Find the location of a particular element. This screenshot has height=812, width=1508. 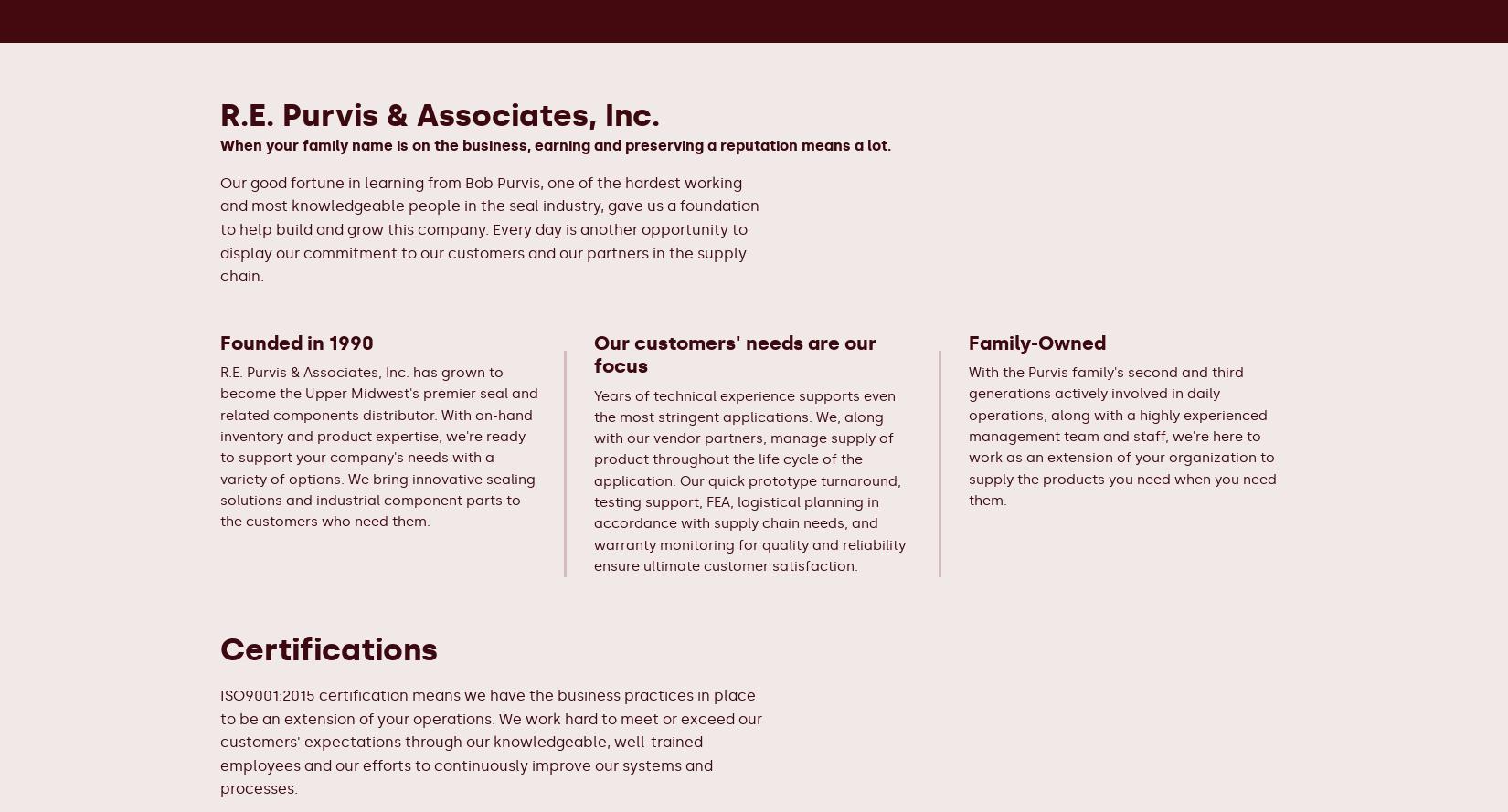

'Certifications' is located at coordinates (329, 649).